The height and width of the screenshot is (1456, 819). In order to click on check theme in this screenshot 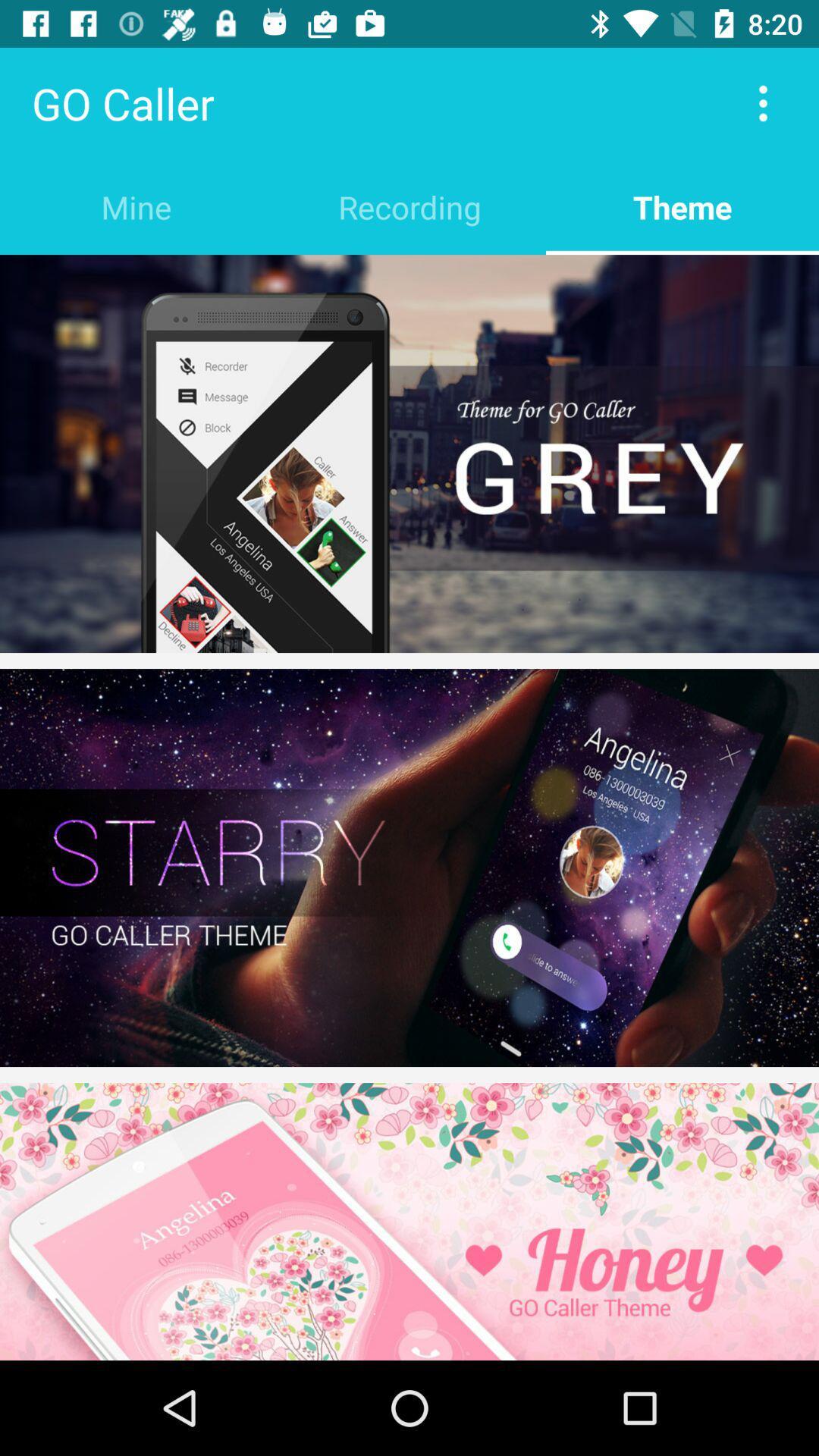, I will do `click(409, 1222)`.